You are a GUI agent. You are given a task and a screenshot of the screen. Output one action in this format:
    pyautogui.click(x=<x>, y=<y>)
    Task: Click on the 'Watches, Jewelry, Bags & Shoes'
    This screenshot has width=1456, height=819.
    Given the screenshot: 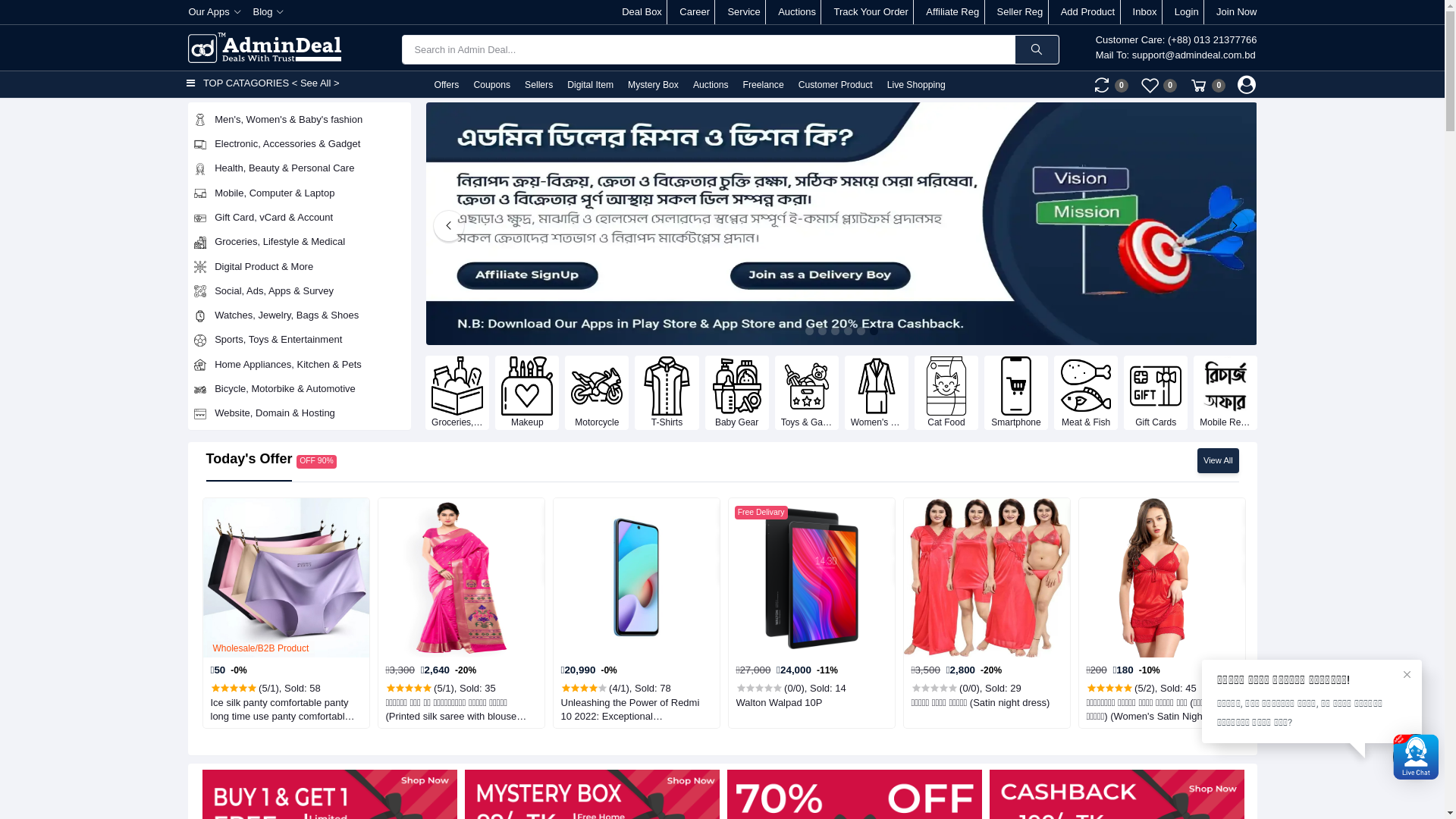 What is the action you would take?
    pyautogui.click(x=300, y=315)
    